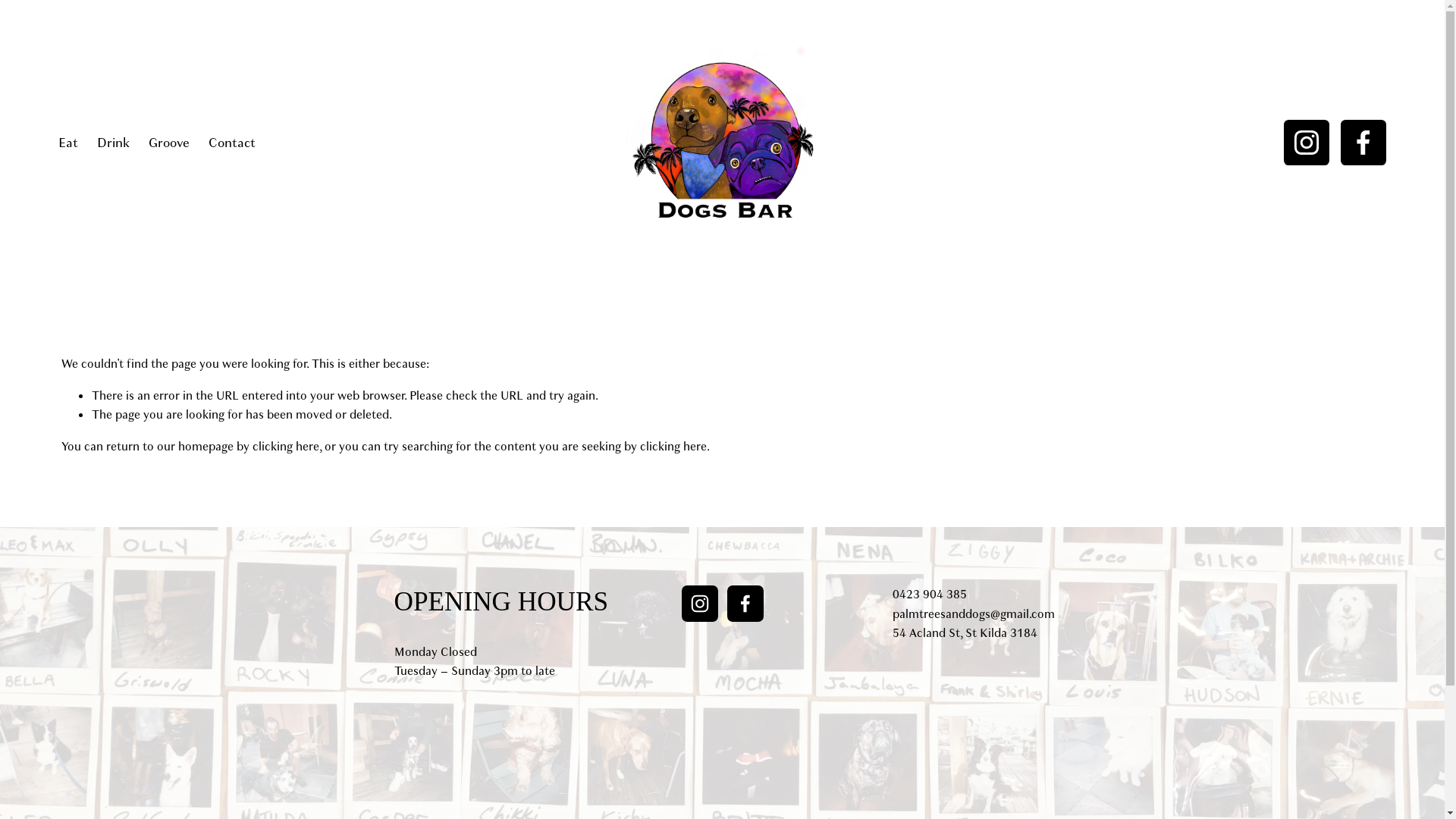 This screenshot has height=819, width=1456. I want to click on 'Drink', so click(112, 143).